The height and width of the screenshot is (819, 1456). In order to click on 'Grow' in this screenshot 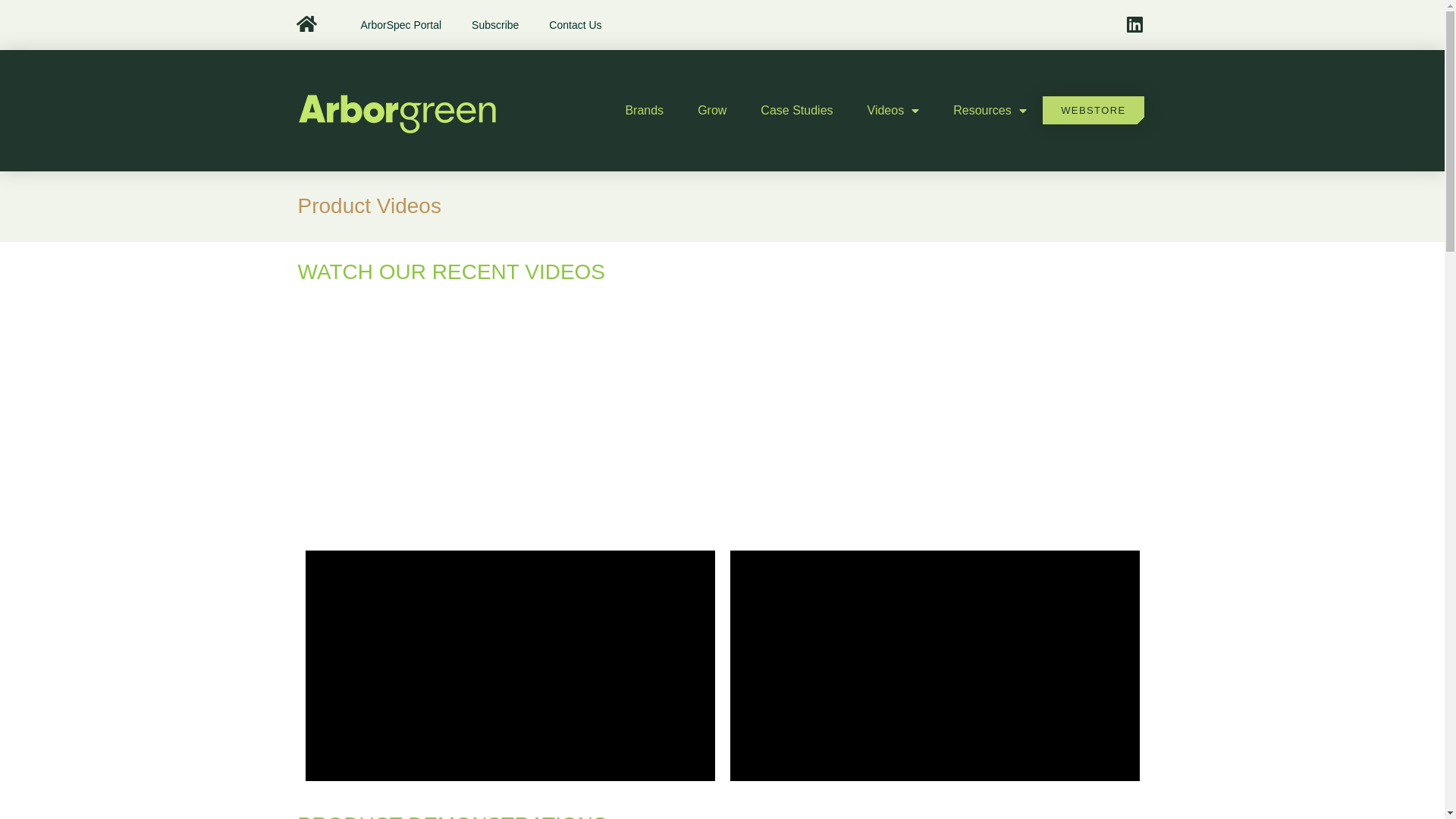, I will do `click(711, 110)`.